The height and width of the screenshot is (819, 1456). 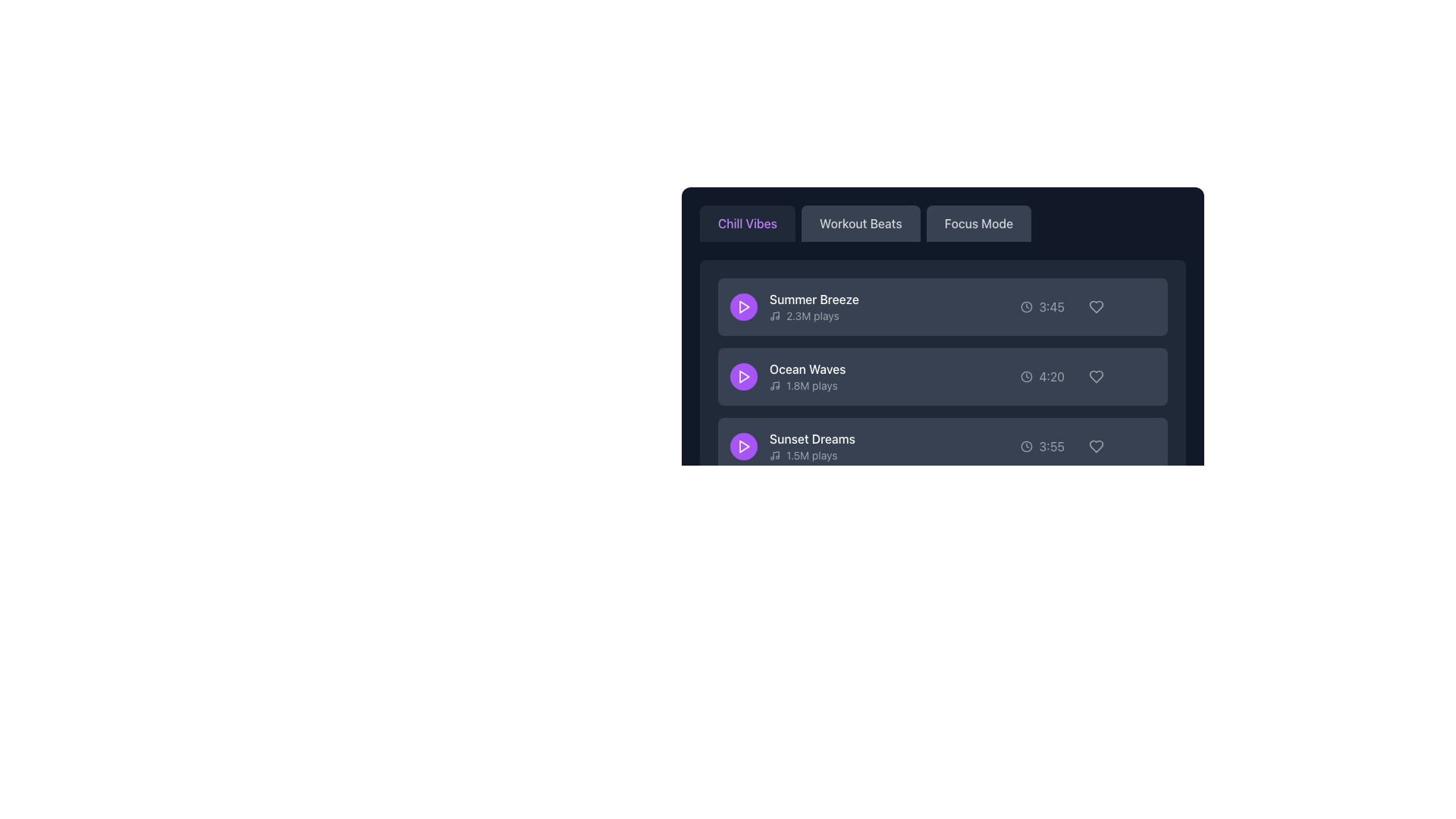 What do you see at coordinates (813, 307) in the screenshot?
I see `the first item in the vertical list of music tracks, which provides information about a music track including its title and the number of plays, located below the 'Chill Vibes' tab` at bounding box center [813, 307].